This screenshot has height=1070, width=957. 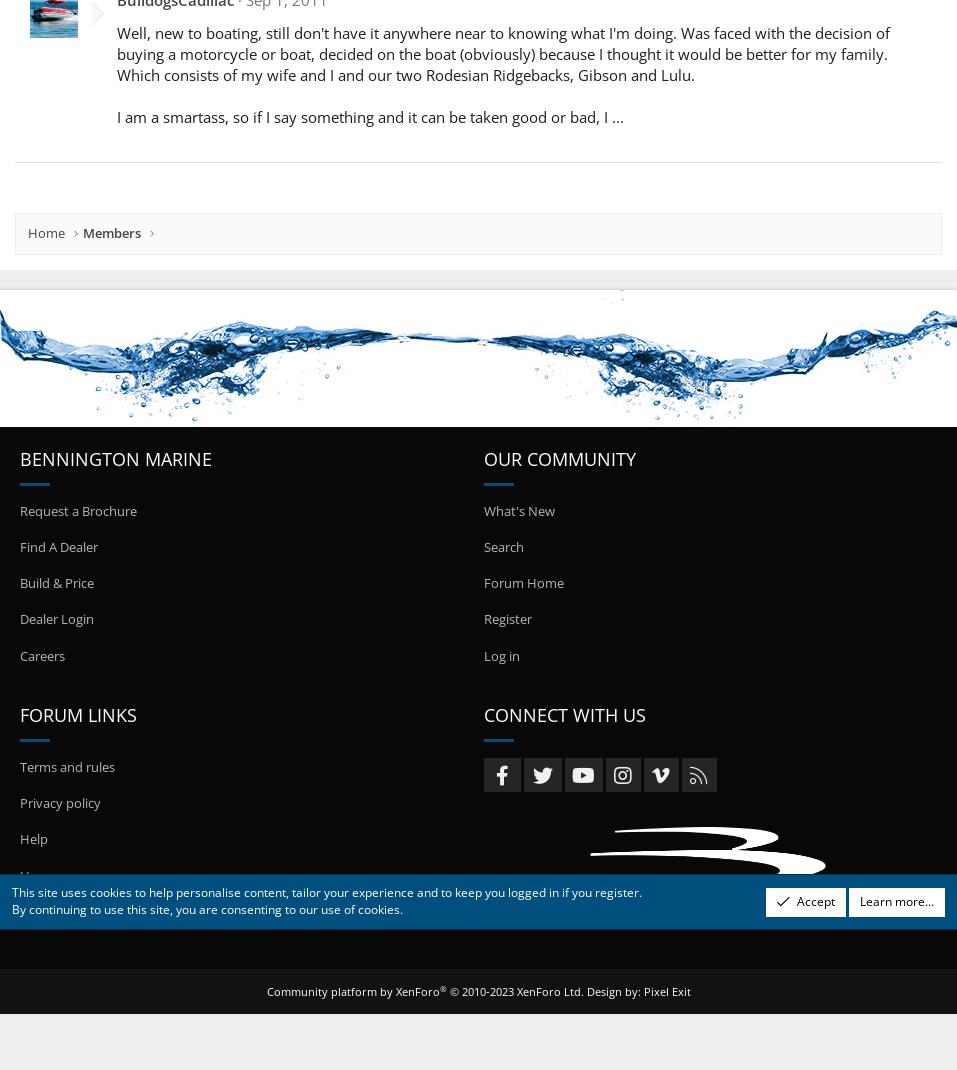 What do you see at coordinates (563, 713) in the screenshot?
I see `'Connect with us'` at bounding box center [563, 713].